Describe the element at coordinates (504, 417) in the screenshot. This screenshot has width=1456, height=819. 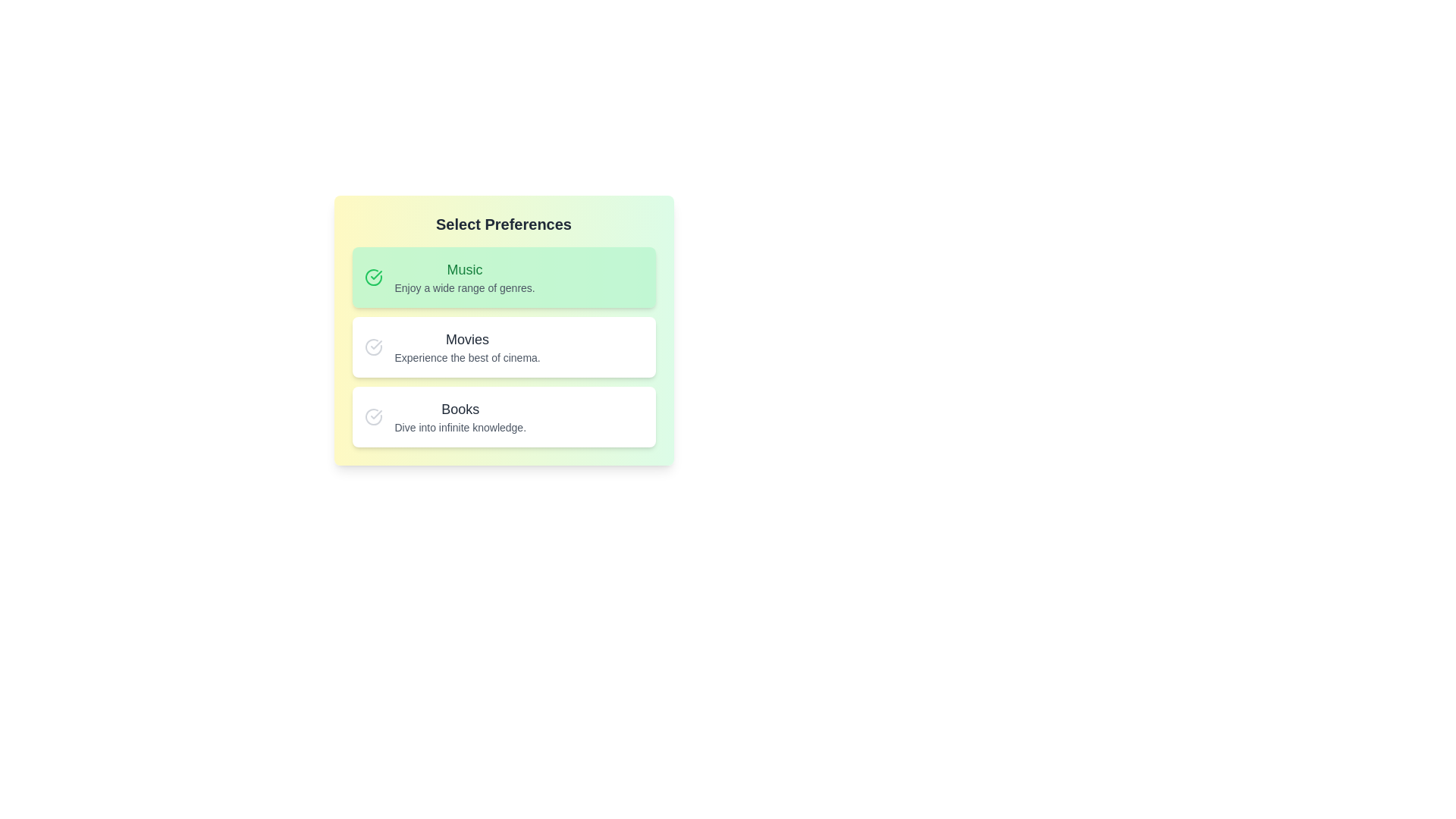
I see `the preference Books` at that location.